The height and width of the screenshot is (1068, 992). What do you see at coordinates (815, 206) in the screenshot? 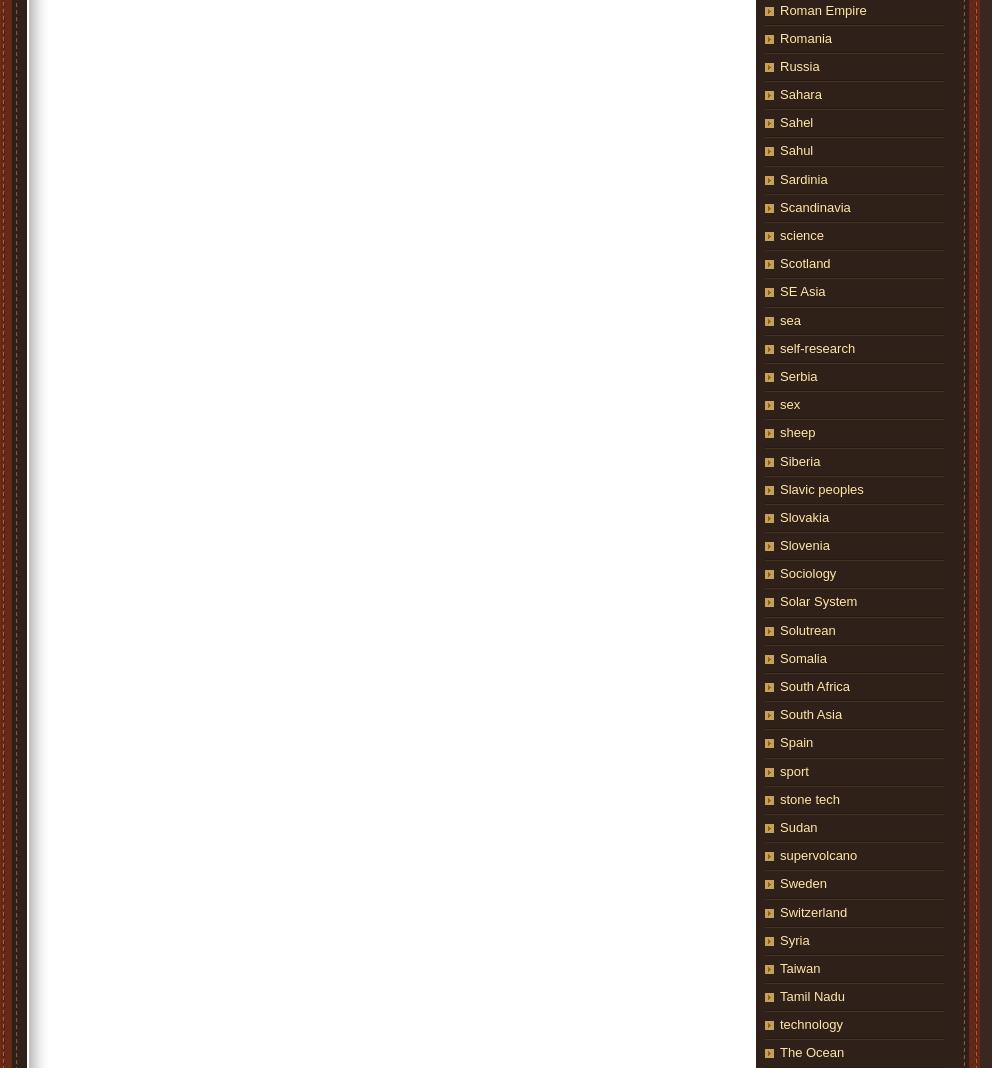
I see `'Scandinavia'` at bounding box center [815, 206].